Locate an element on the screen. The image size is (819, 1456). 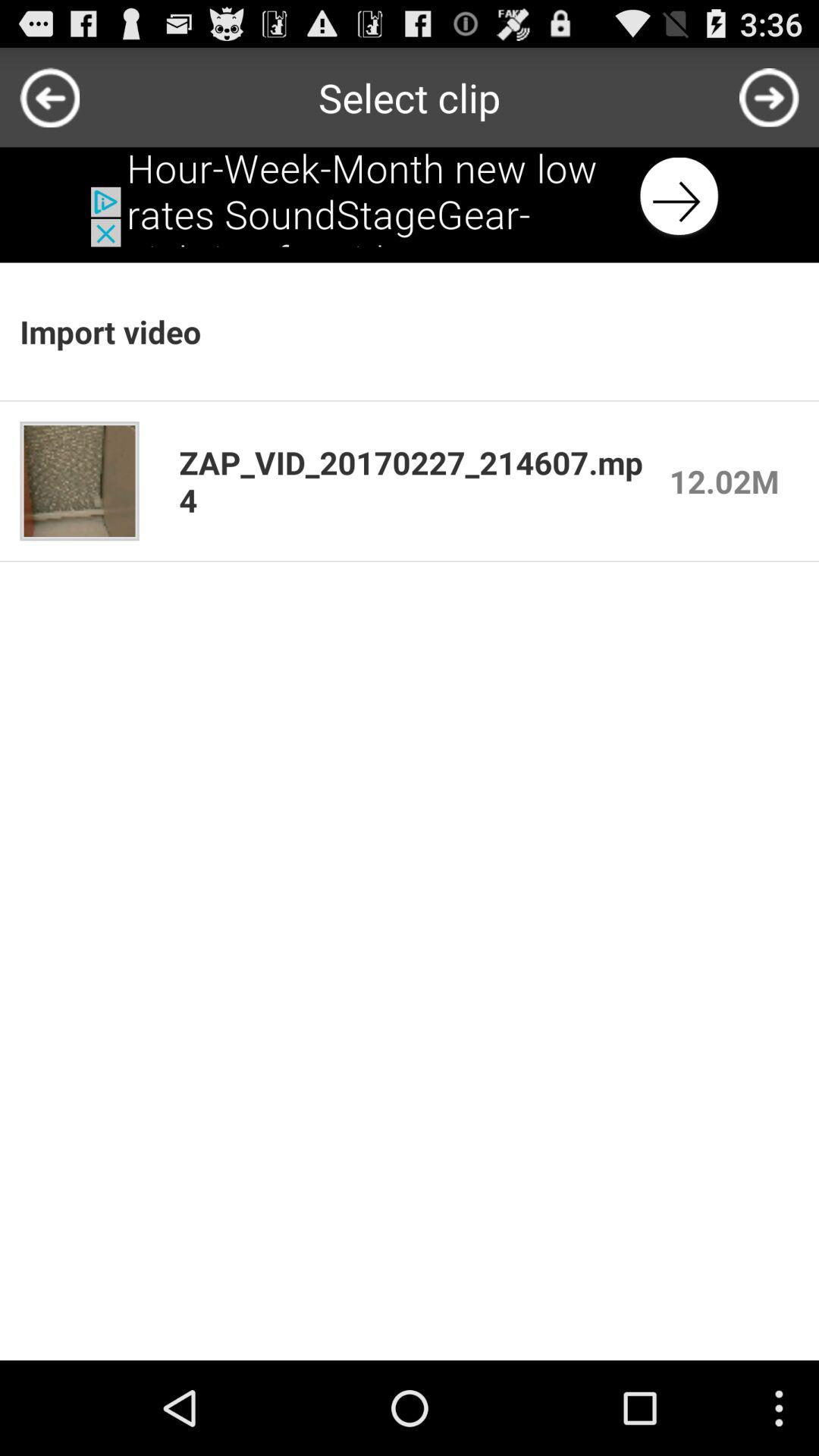
the arrow_backward icon is located at coordinates (49, 103).